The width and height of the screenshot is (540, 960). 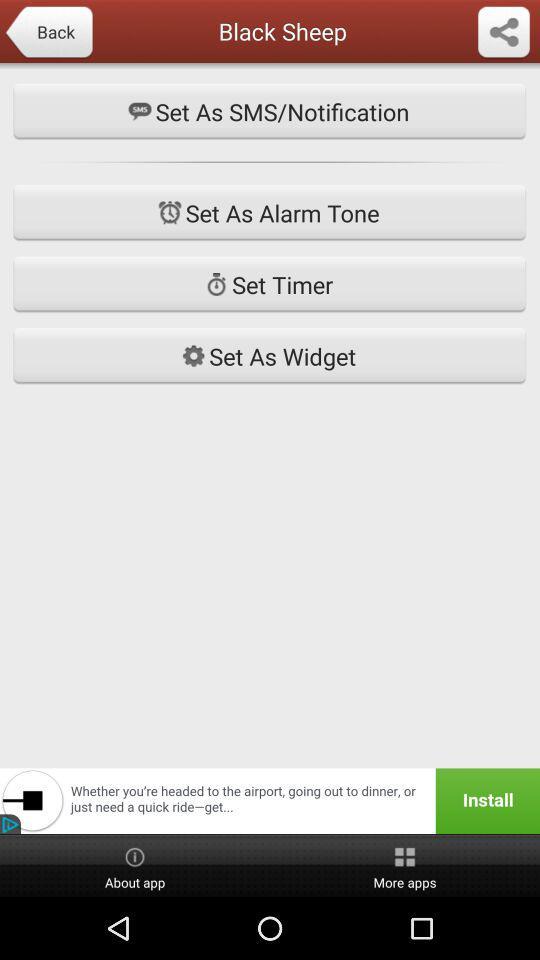 What do you see at coordinates (48, 32) in the screenshot?
I see `app to the left of black sheep icon` at bounding box center [48, 32].